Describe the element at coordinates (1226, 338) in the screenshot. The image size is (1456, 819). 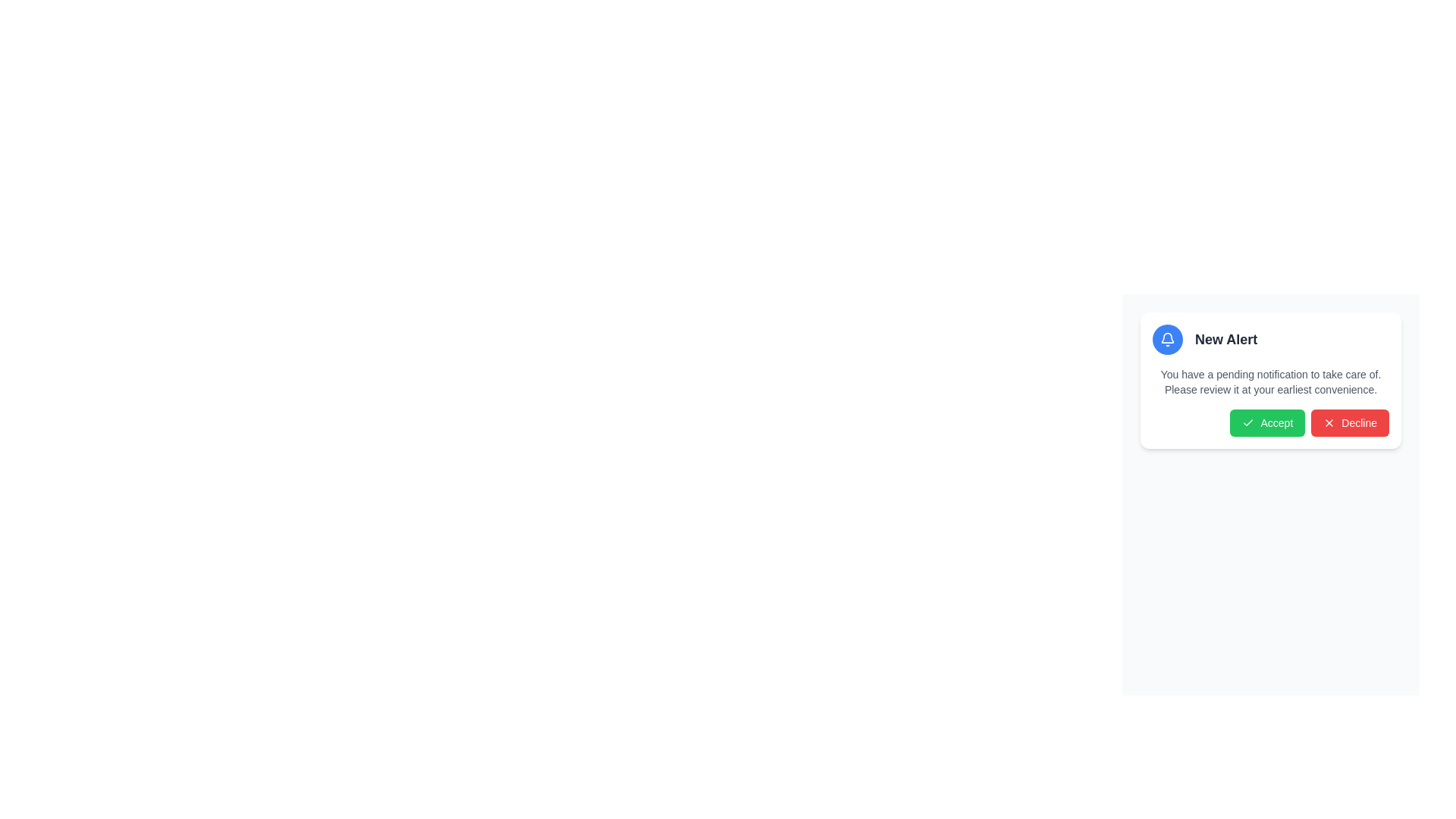
I see `the 'New Alert' text label, which is styled with a bold font and dark gray color, located prominently within the notification card on the right side` at that location.